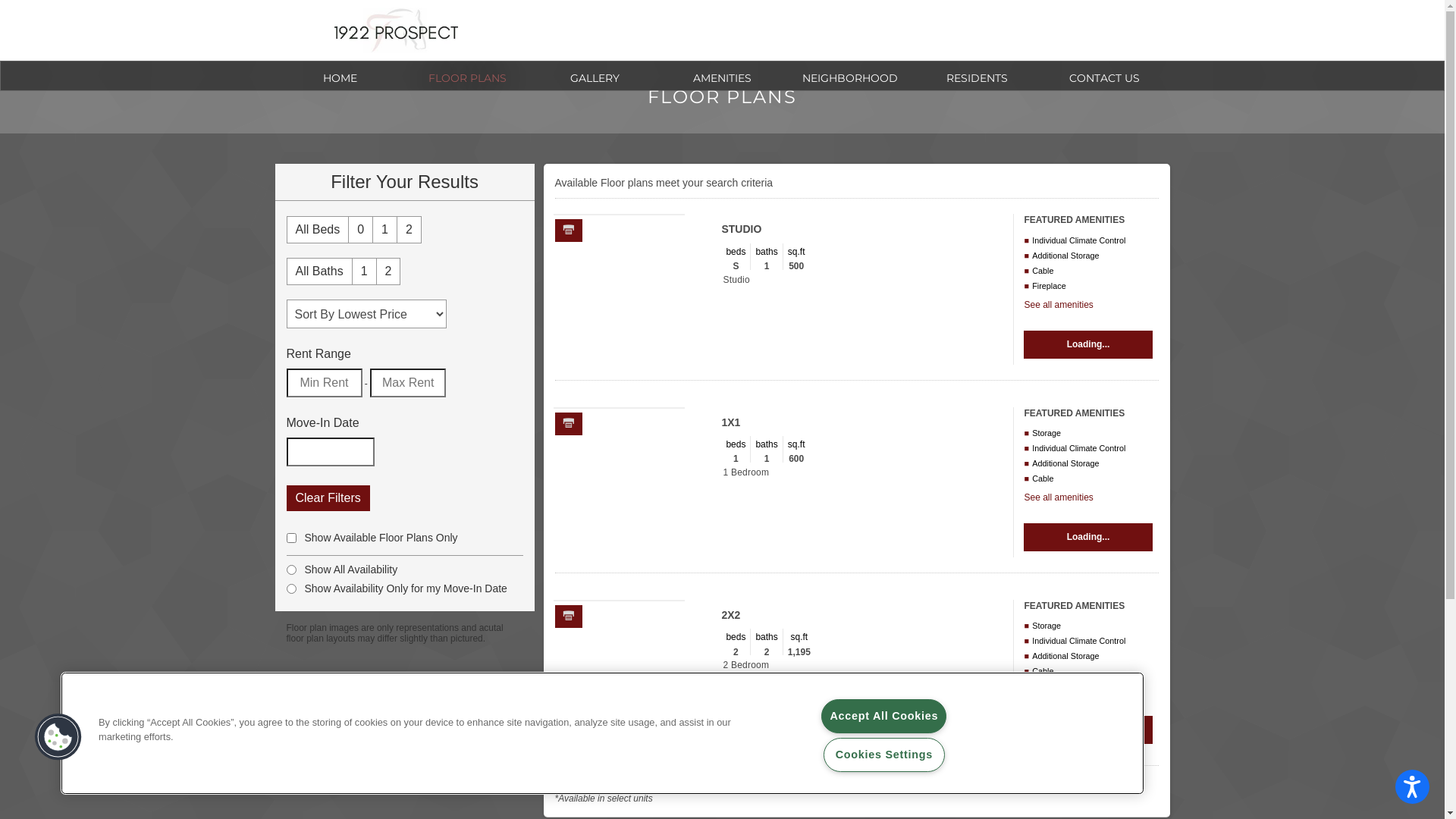  I want to click on 'NEIGHBORHOOD', so click(848, 76).